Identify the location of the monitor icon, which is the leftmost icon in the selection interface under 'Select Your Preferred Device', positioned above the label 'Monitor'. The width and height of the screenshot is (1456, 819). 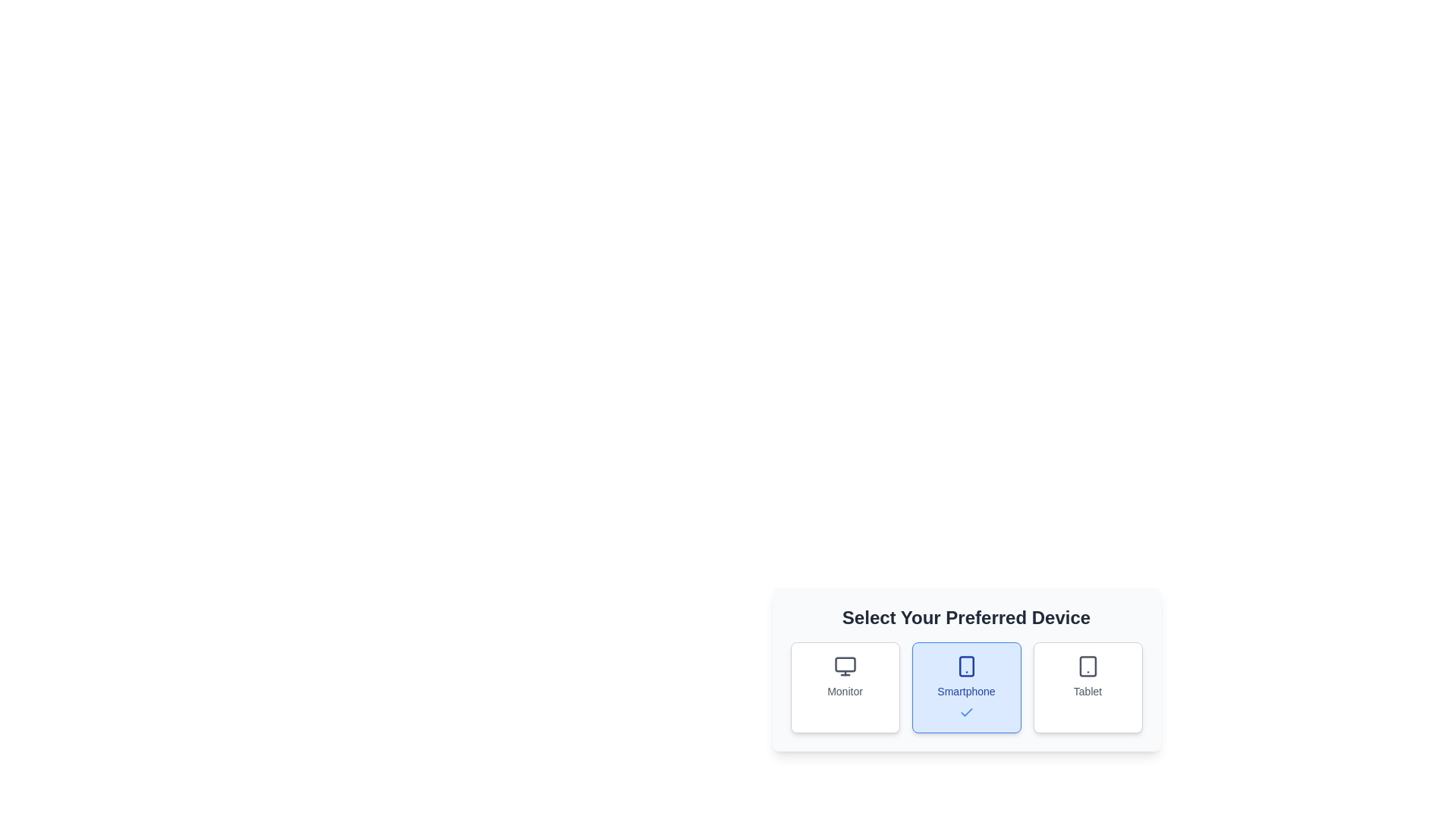
(844, 666).